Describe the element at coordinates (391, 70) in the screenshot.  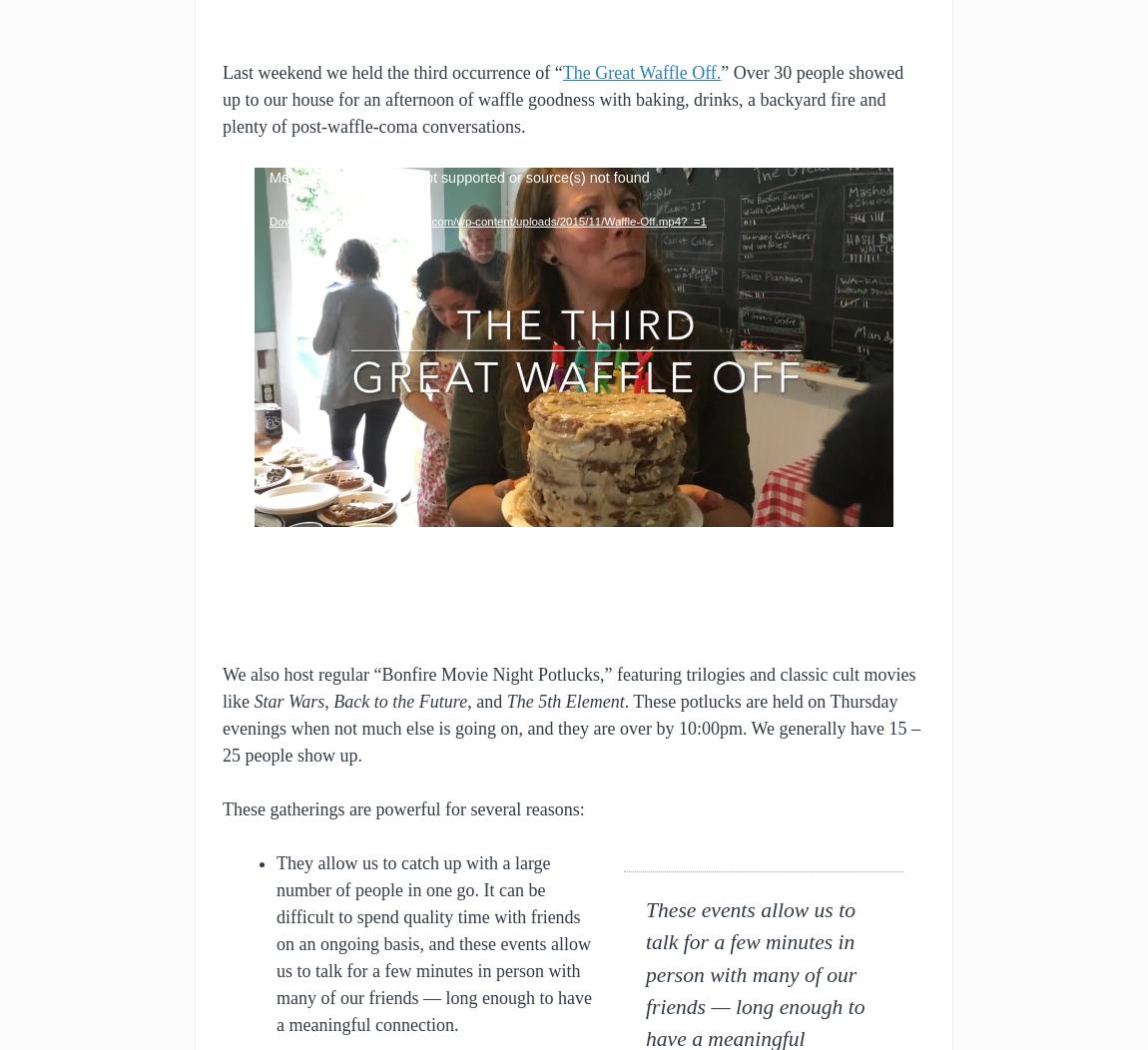
I see `'Last weekend we held the third occurrence of “'` at that location.